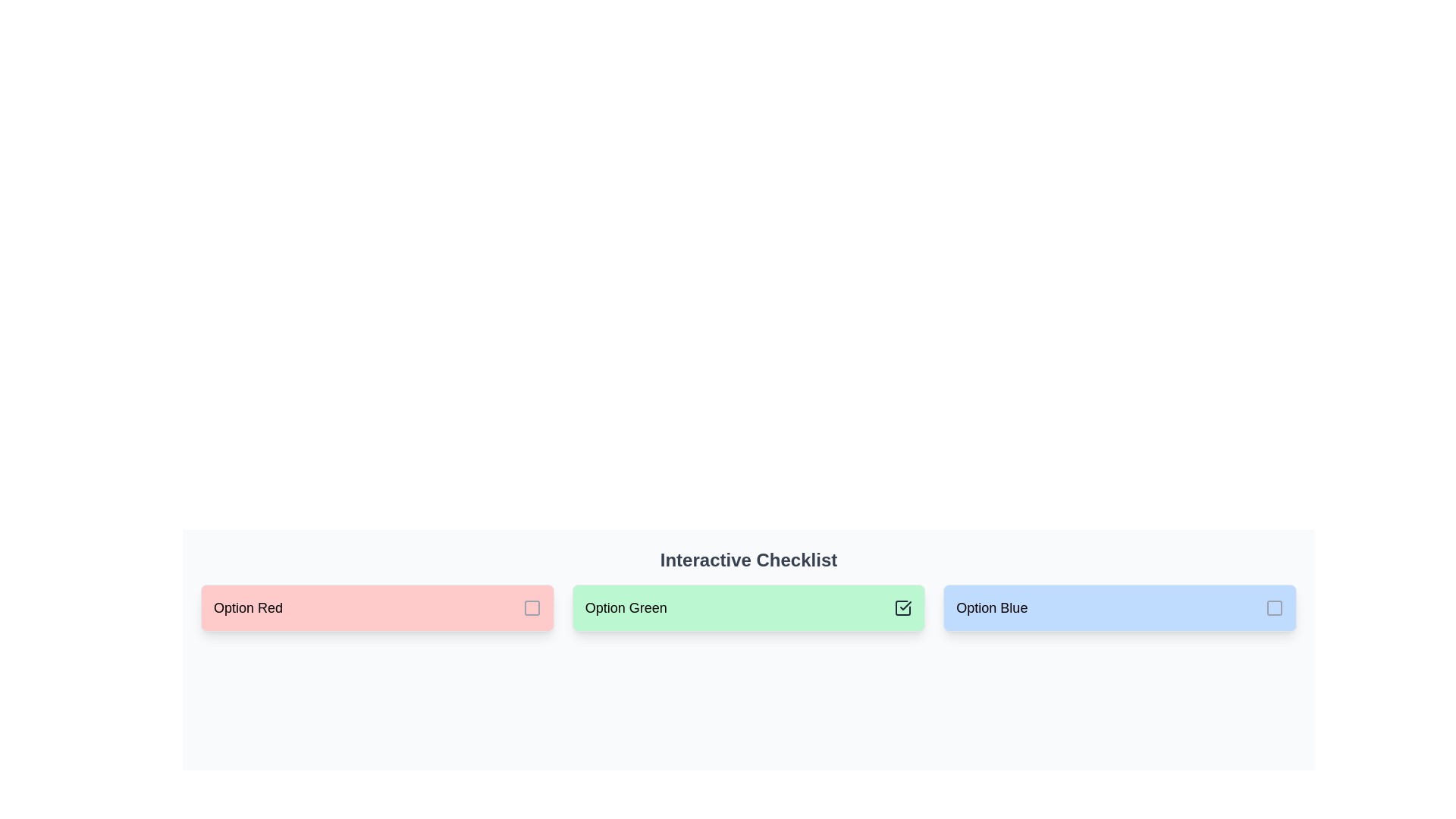  Describe the element at coordinates (992, 607) in the screenshot. I see `text content of the 'Option Blue' label, which is a medium-sized, bold text label located within a light blue background in a checklist` at that location.